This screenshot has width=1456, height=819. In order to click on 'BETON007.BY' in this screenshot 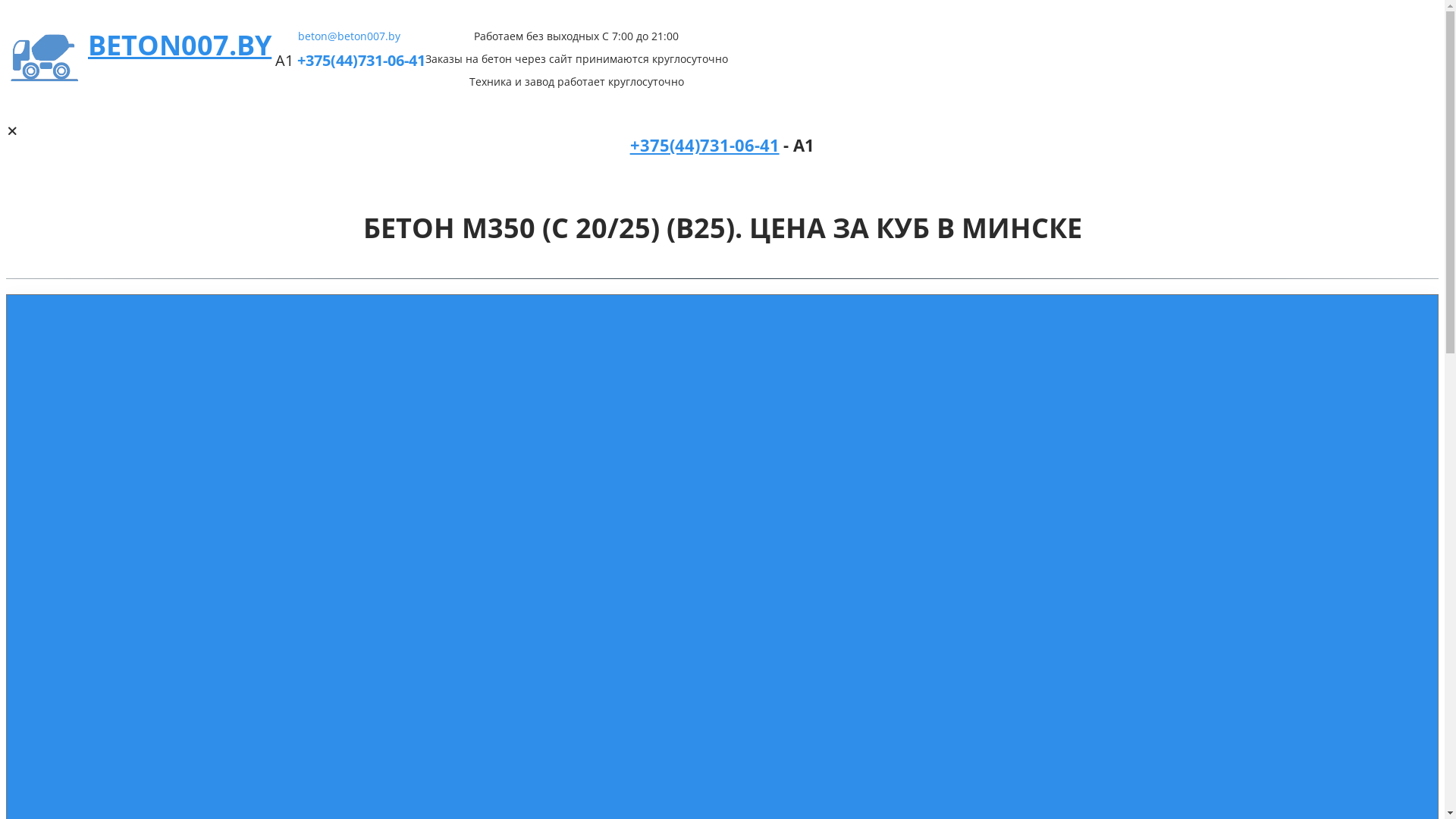, I will do `click(179, 44)`.